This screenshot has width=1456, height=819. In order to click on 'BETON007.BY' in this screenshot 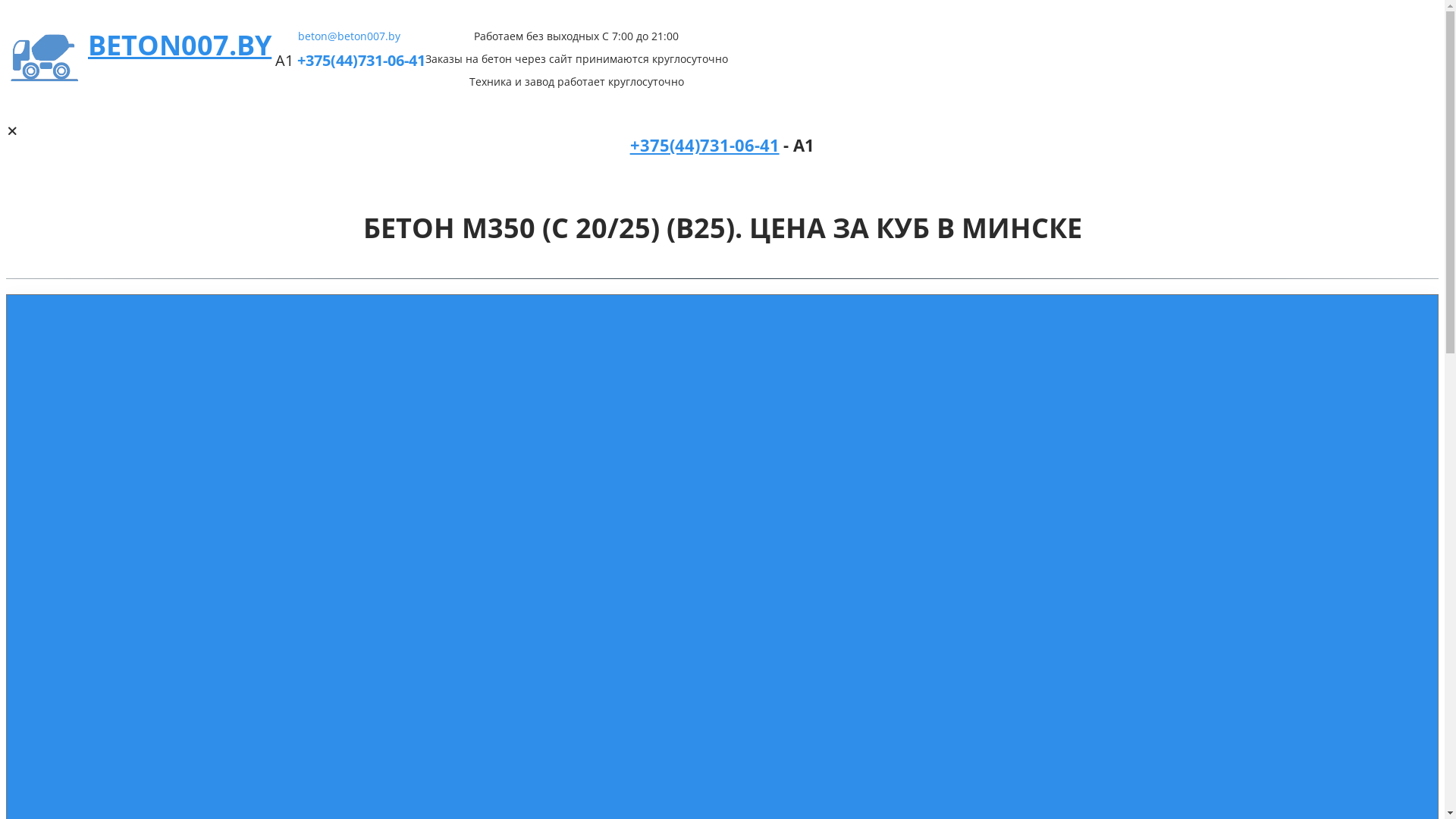, I will do `click(179, 44)`.